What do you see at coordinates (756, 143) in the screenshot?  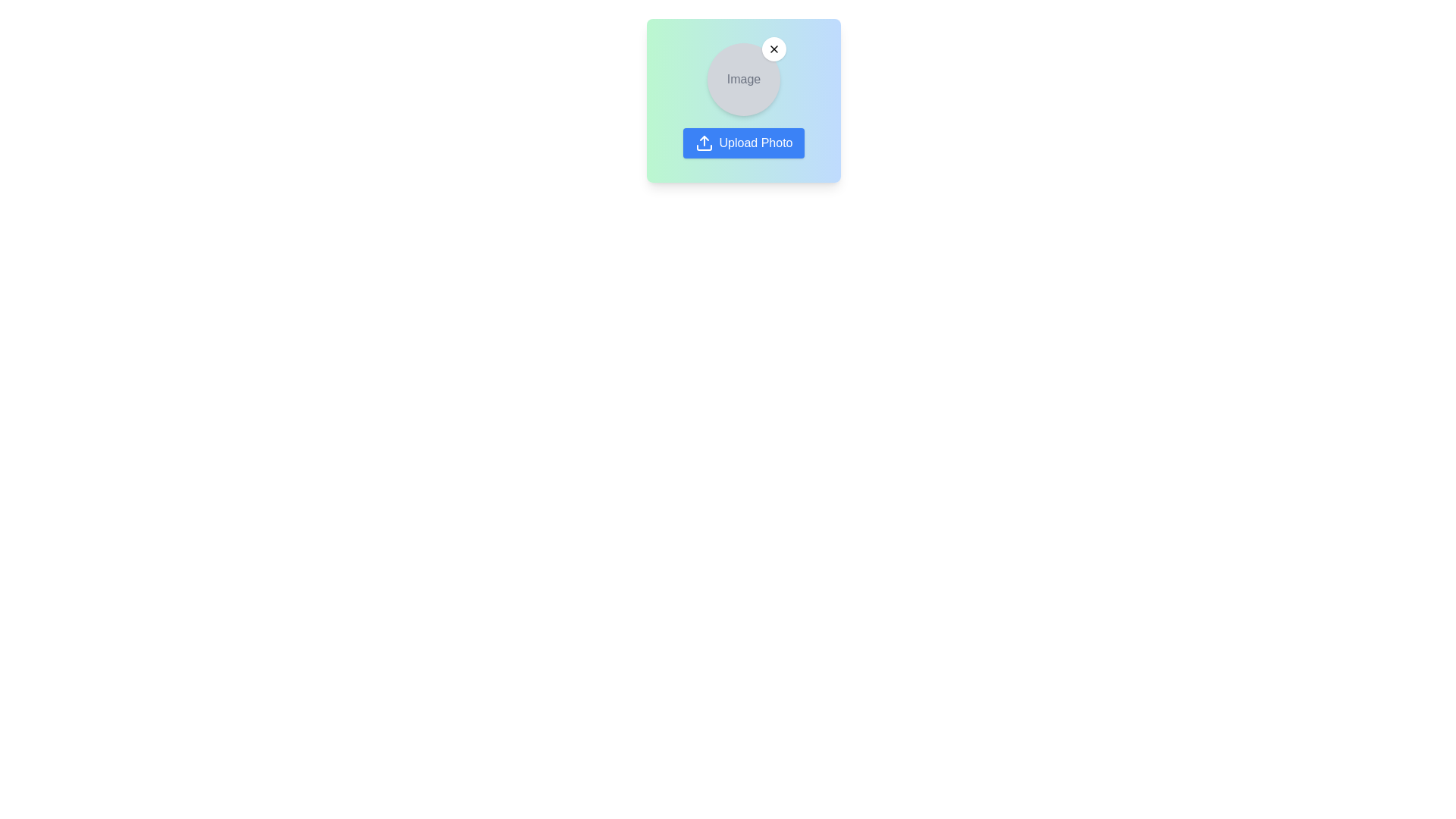 I see `the button labeled for photo upload, which is located at the bottom-center of the card interface` at bounding box center [756, 143].